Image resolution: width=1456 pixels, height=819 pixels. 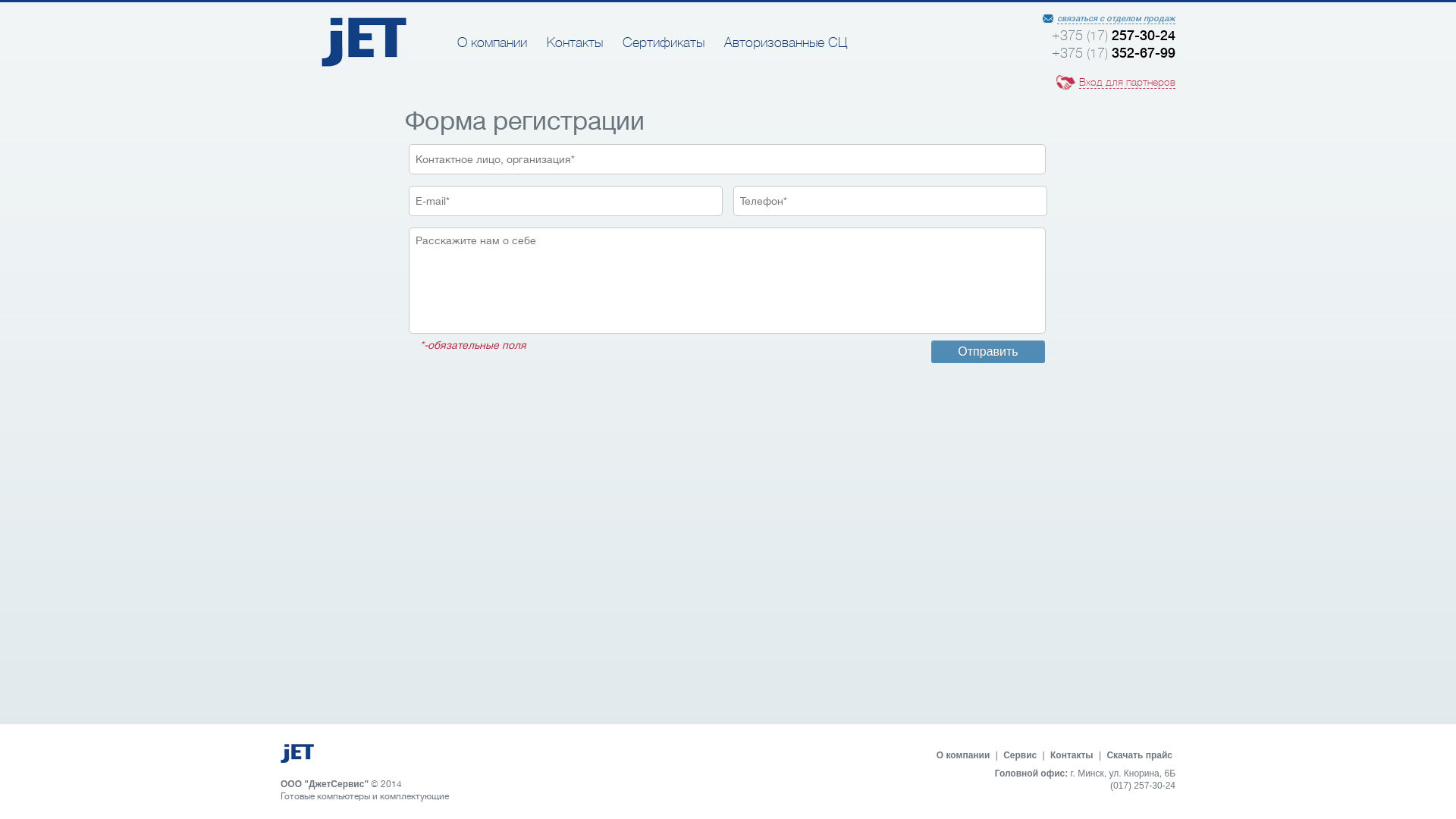 What do you see at coordinates (364, 62) in the screenshot?
I see `'JET'` at bounding box center [364, 62].